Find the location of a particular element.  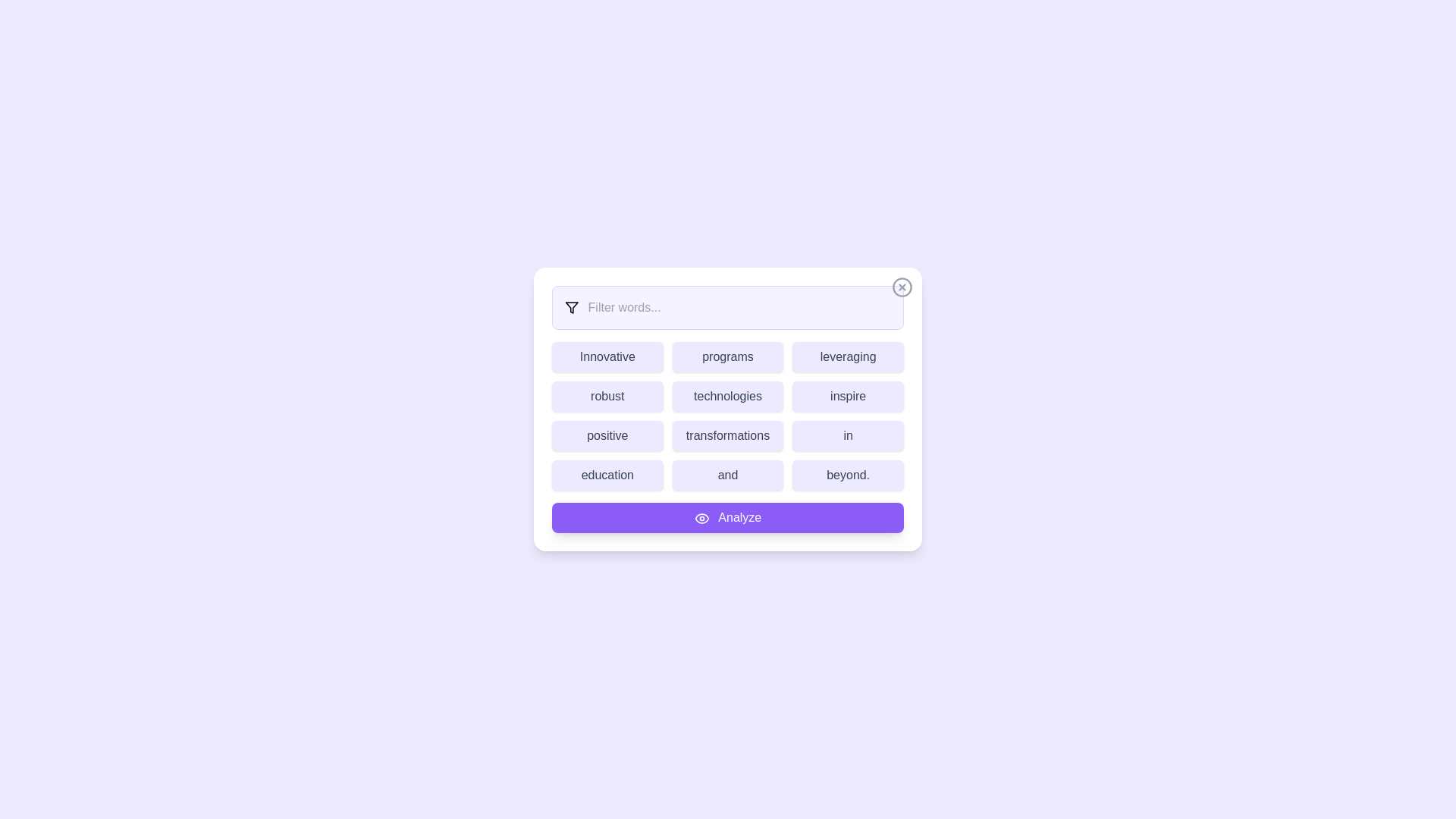

the word inspire to highlight it is located at coordinates (847, 396).